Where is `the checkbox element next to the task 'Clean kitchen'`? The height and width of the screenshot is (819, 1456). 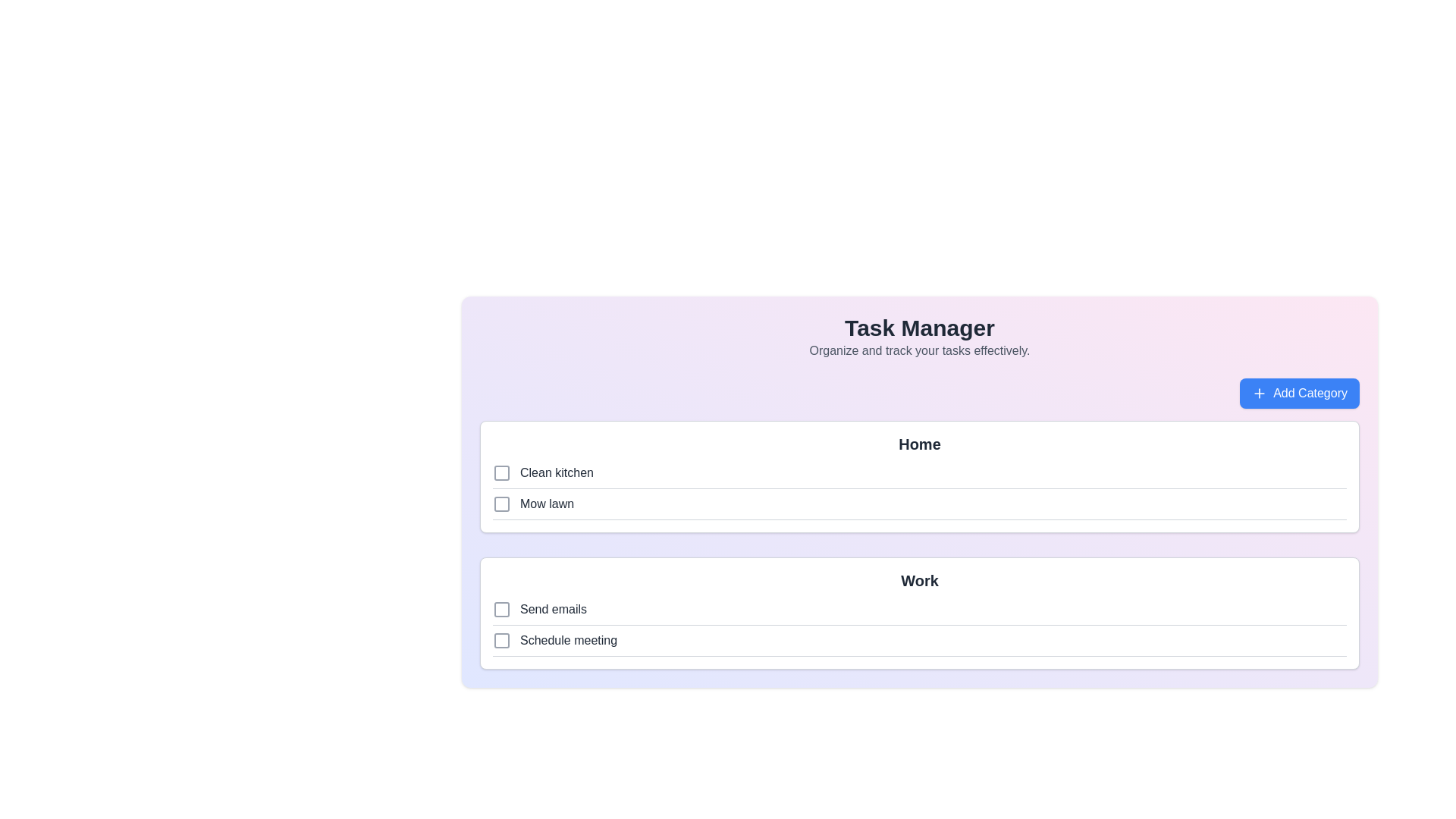
the checkbox element next to the task 'Clean kitchen' is located at coordinates (502, 472).